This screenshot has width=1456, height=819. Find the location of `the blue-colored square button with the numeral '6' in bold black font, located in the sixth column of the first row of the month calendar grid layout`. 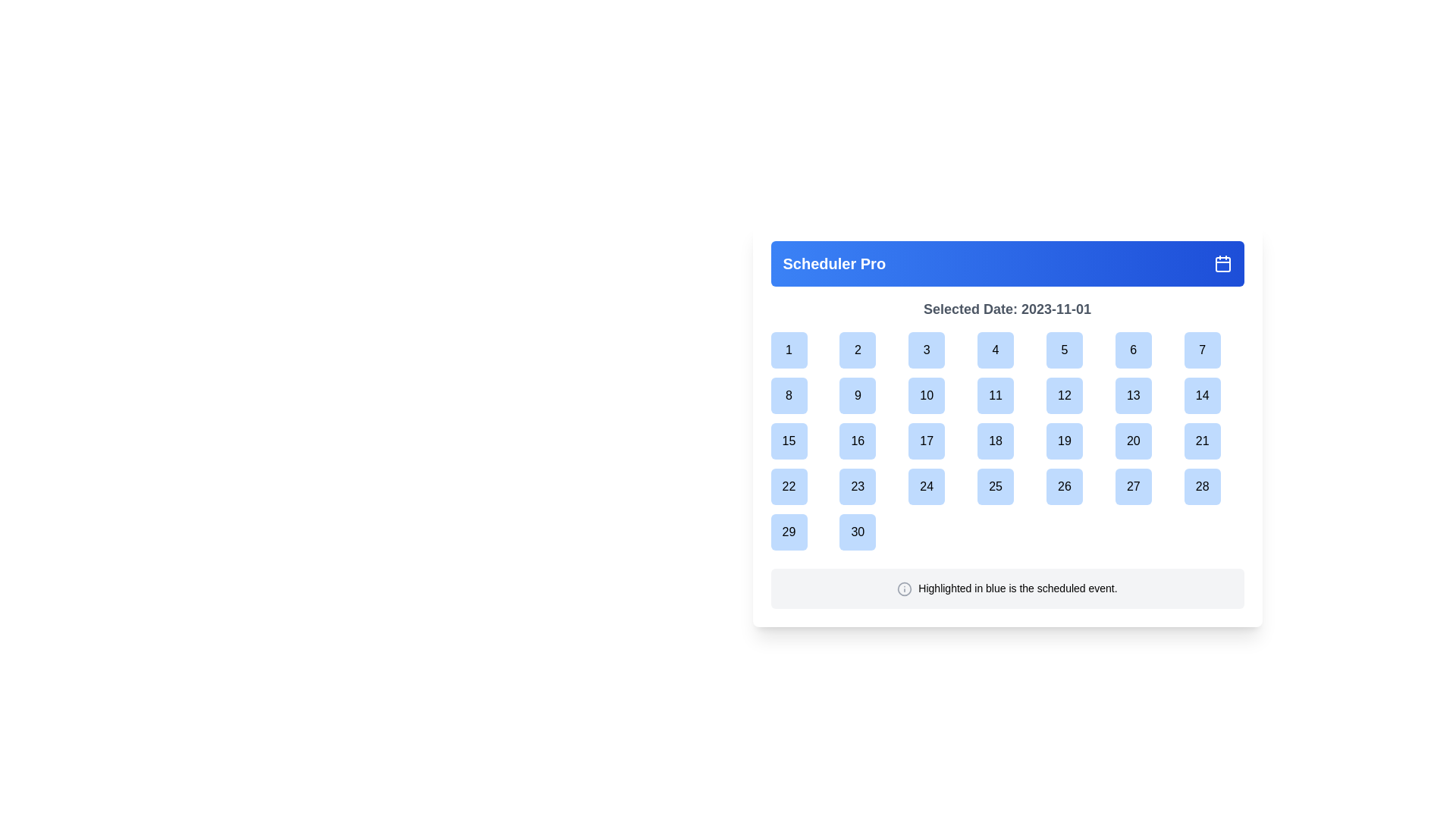

the blue-colored square button with the numeral '6' in bold black font, located in the sixth column of the first row of the month calendar grid layout is located at coordinates (1133, 350).